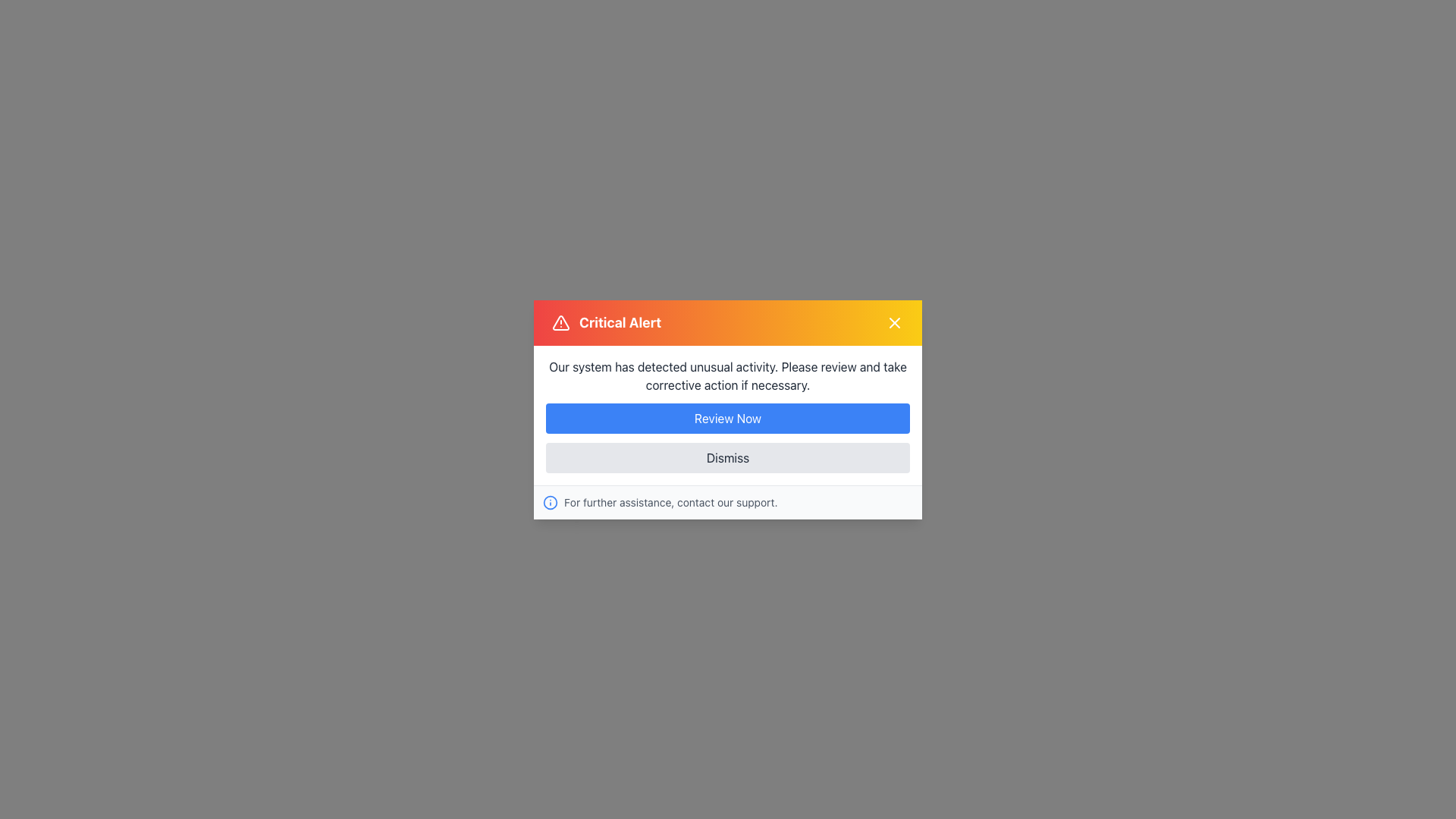 The height and width of the screenshot is (819, 1456). I want to click on the graphical icon element that visually represents the critical nature of the alert, located on the top-left corner of the alert modal, adjacent to the 'Critical Alert' text, so click(560, 322).